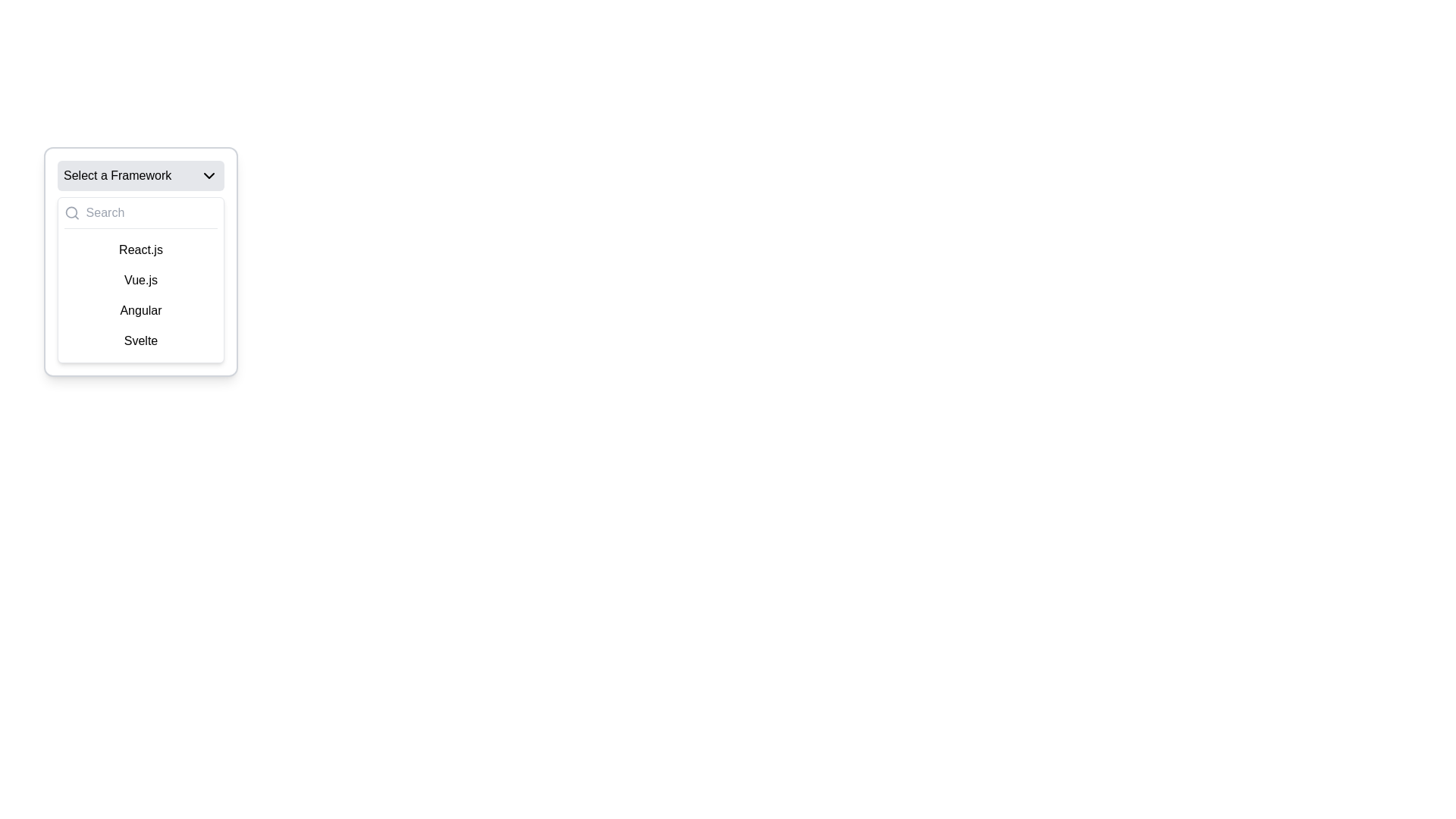 This screenshot has width=1456, height=819. I want to click on to select the 'Svelte' option from the dropdown menu, which is the fourth item in a vertical list below 'Angular', 'Vue.js', and 'React.js', so click(141, 341).